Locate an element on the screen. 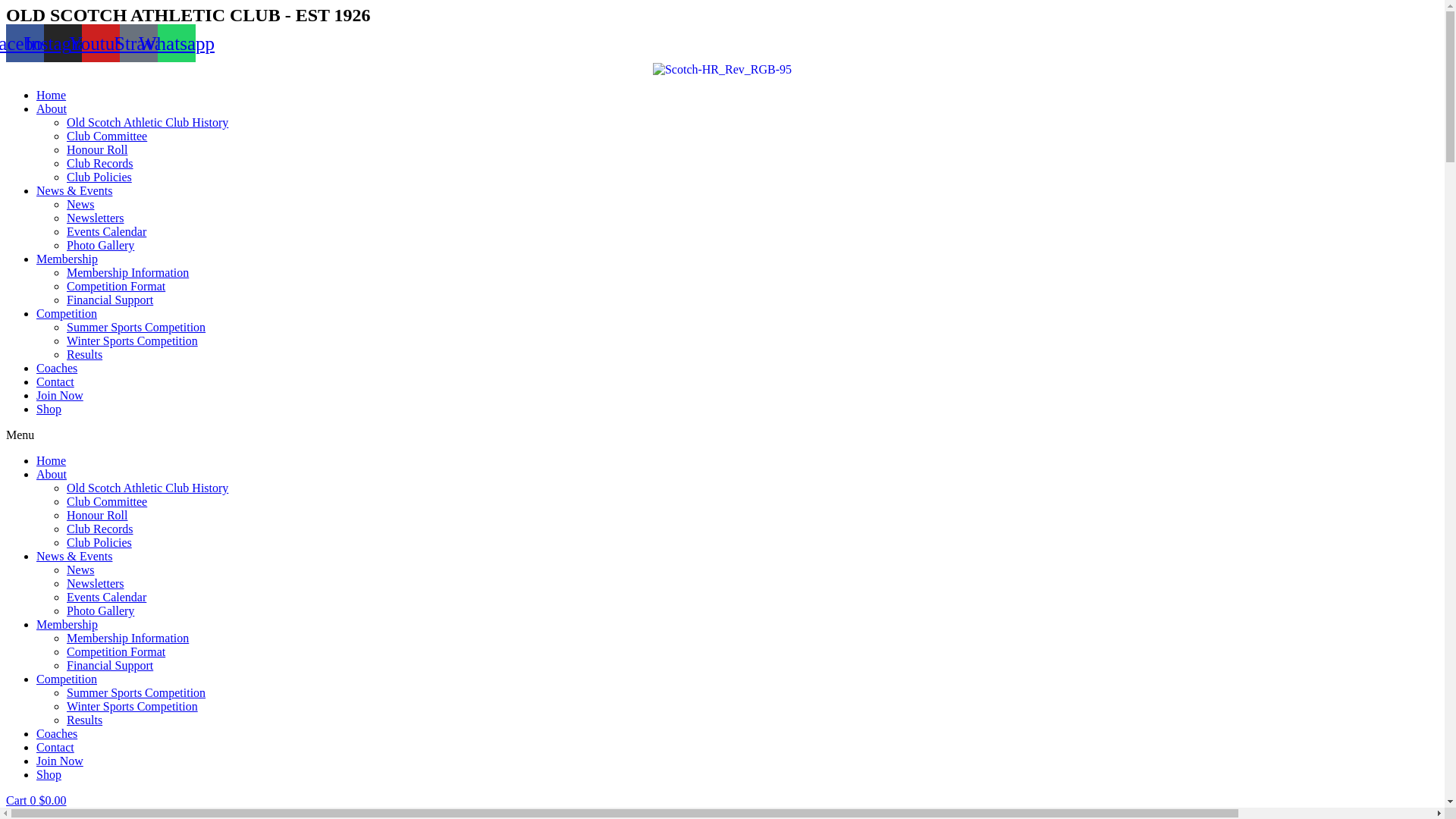 This screenshot has height=819, width=1456. 'Summer Sports Competition' is located at coordinates (136, 326).